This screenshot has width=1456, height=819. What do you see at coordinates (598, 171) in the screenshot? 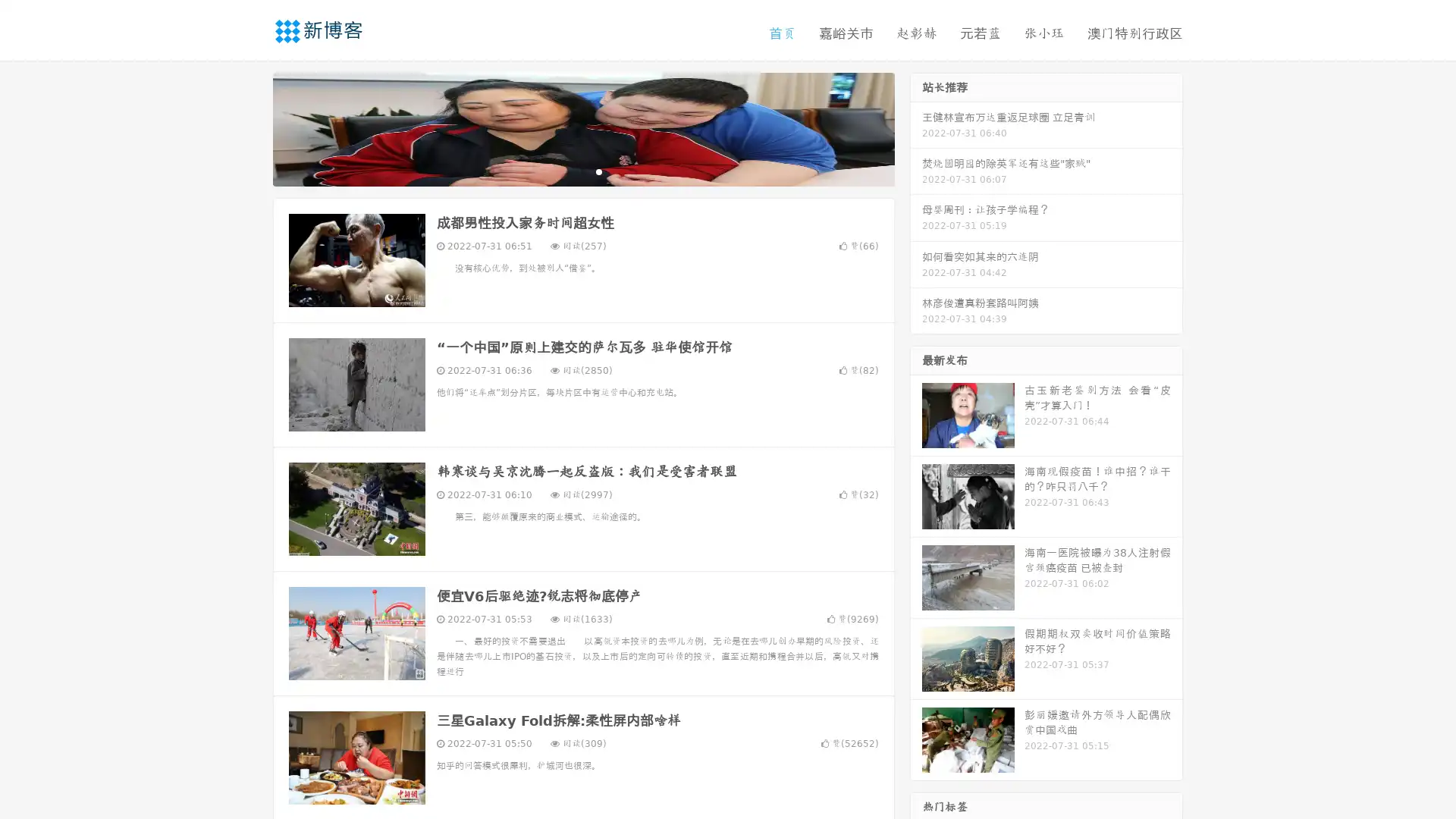
I see `Go to slide 3` at bounding box center [598, 171].